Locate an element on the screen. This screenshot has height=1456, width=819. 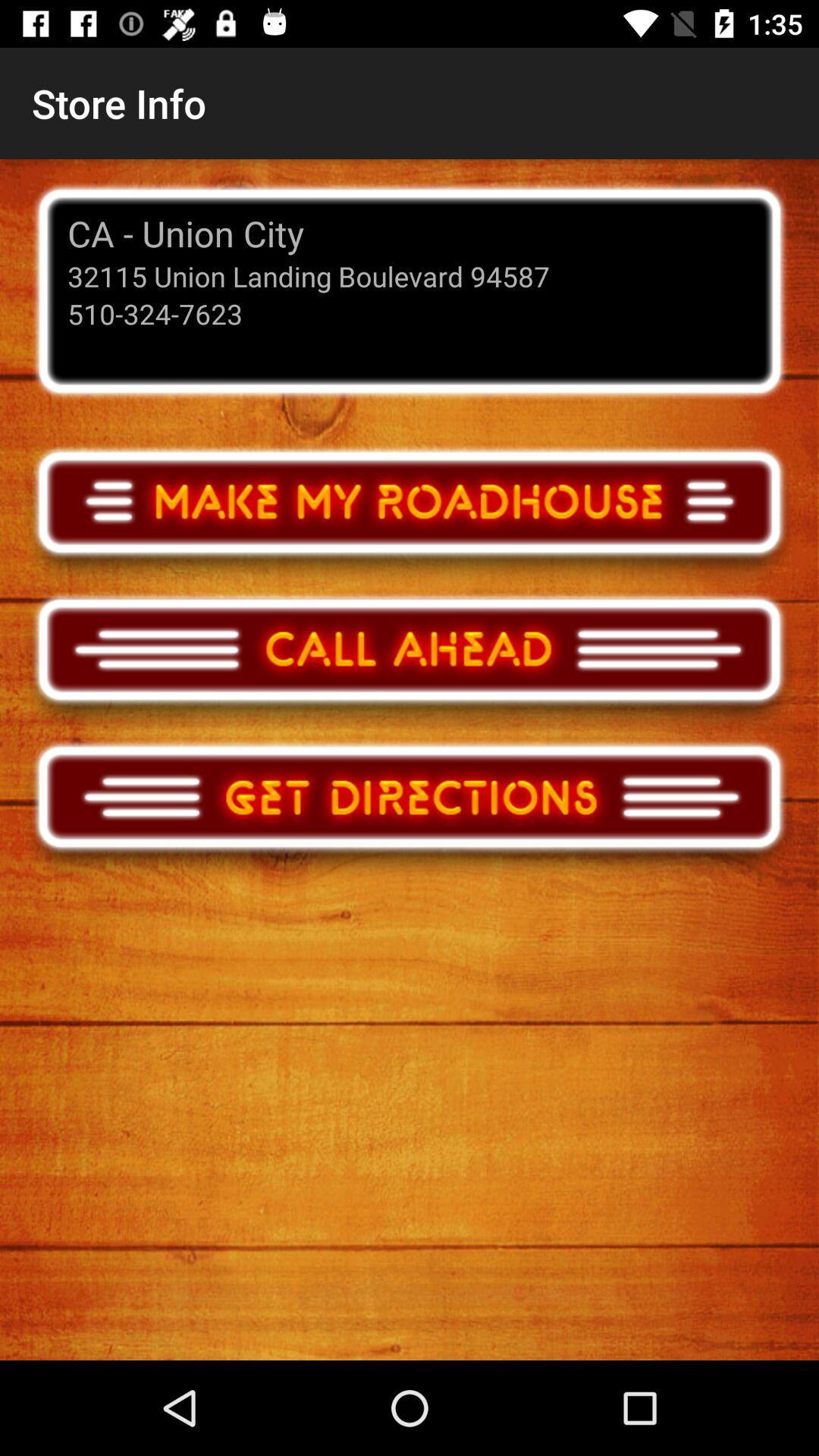
order food is located at coordinates (409, 516).